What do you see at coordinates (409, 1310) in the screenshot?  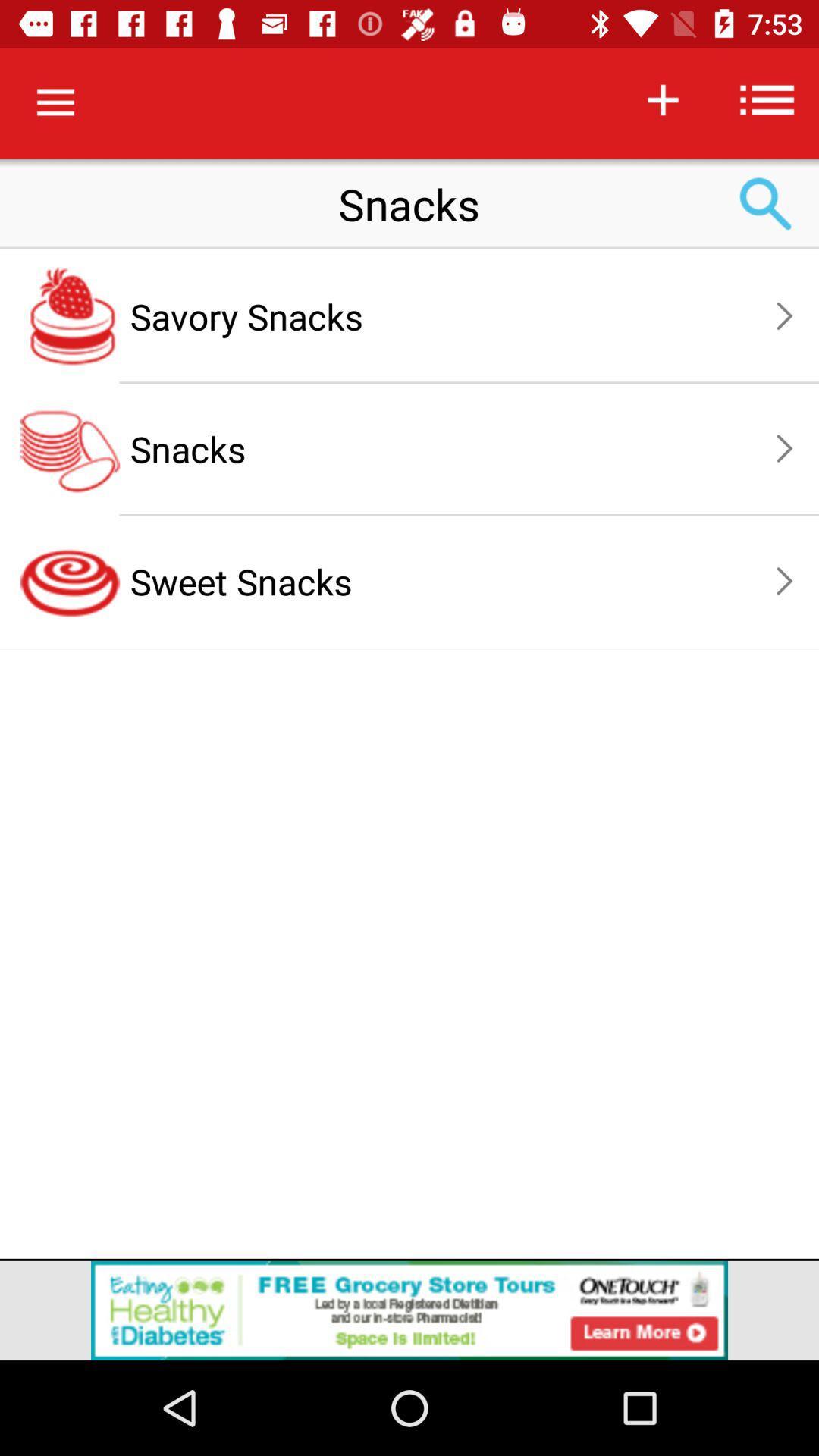 I see `advertisement` at bounding box center [409, 1310].